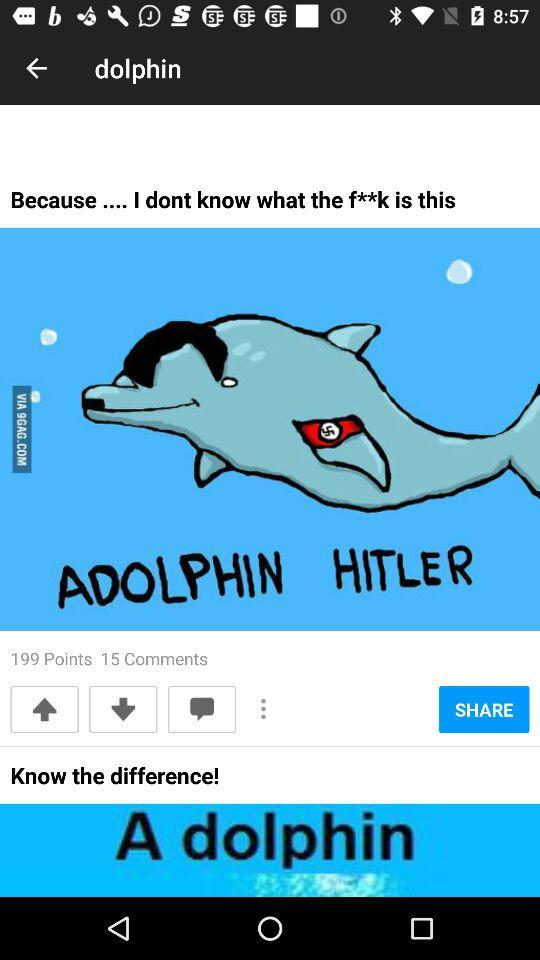 The height and width of the screenshot is (960, 540). I want to click on share item, so click(483, 709).